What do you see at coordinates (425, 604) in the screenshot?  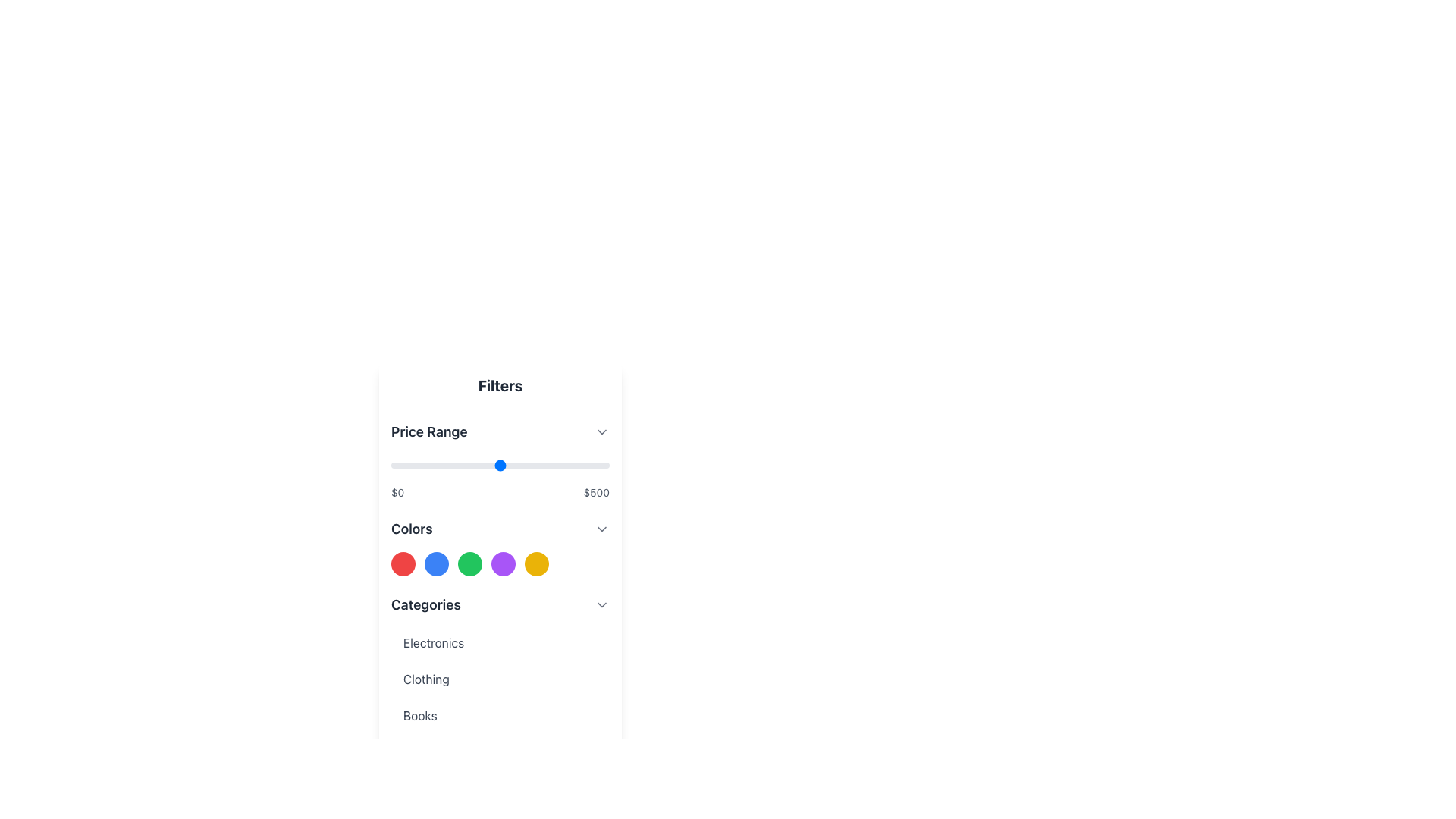 I see `the Section Label that signifies the beginning of the category selection area for filters, positioned below 'Colors' and above category items like 'Electronics' and 'Clothing'` at bounding box center [425, 604].